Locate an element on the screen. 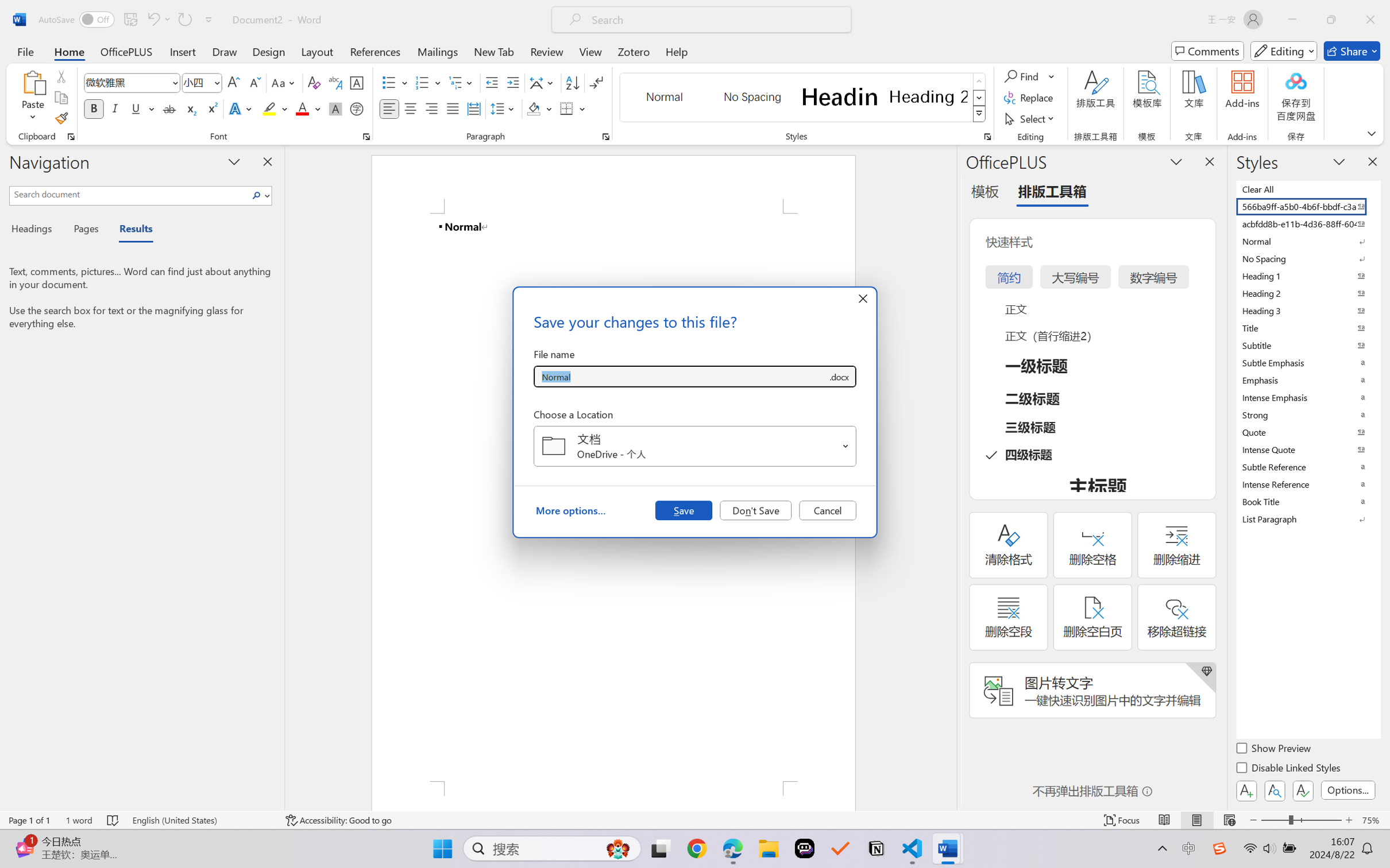 This screenshot has height=868, width=1390. 'Subscript' is located at coordinates (190, 108).